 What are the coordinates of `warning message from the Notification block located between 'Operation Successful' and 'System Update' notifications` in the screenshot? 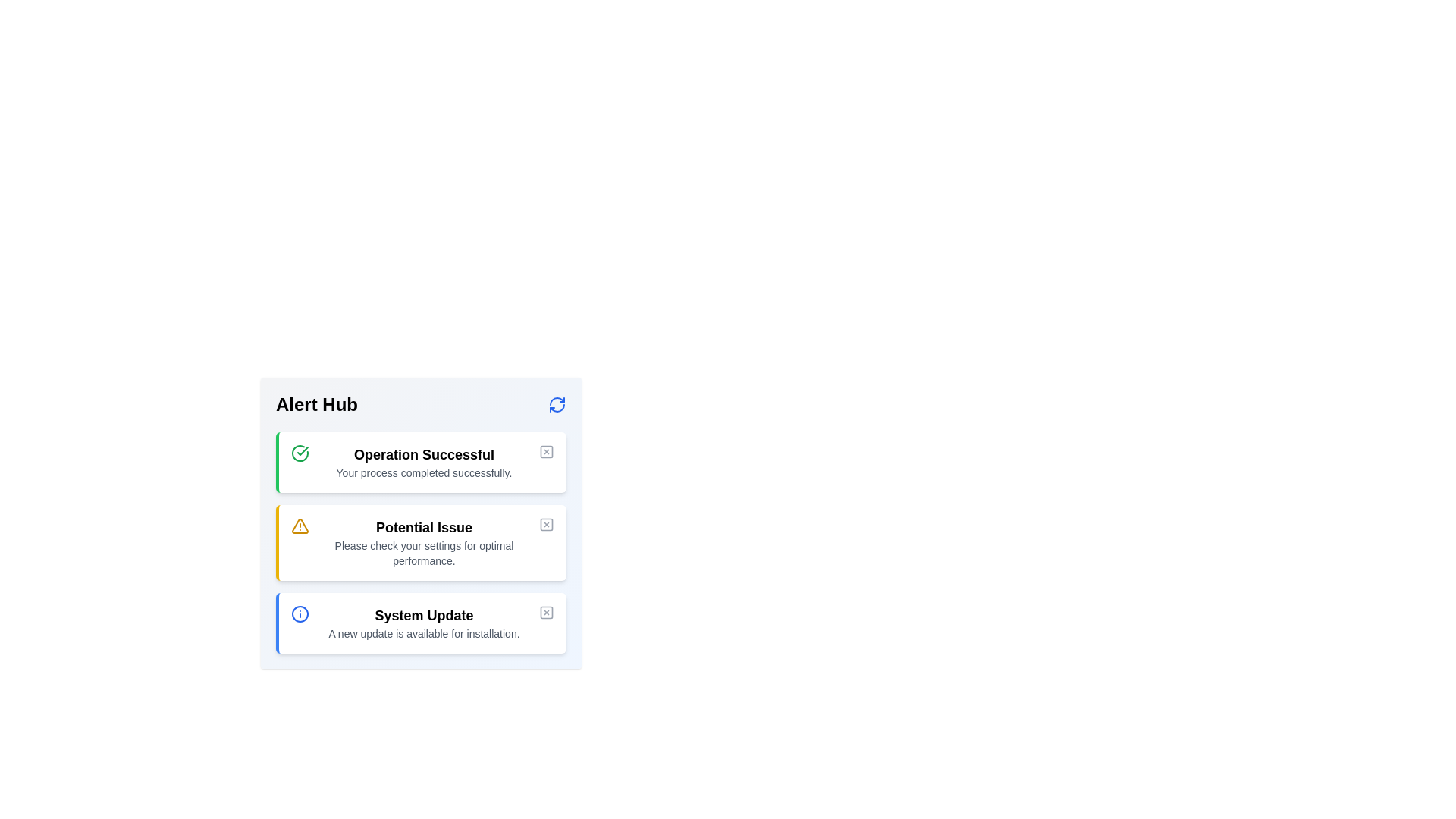 It's located at (421, 542).